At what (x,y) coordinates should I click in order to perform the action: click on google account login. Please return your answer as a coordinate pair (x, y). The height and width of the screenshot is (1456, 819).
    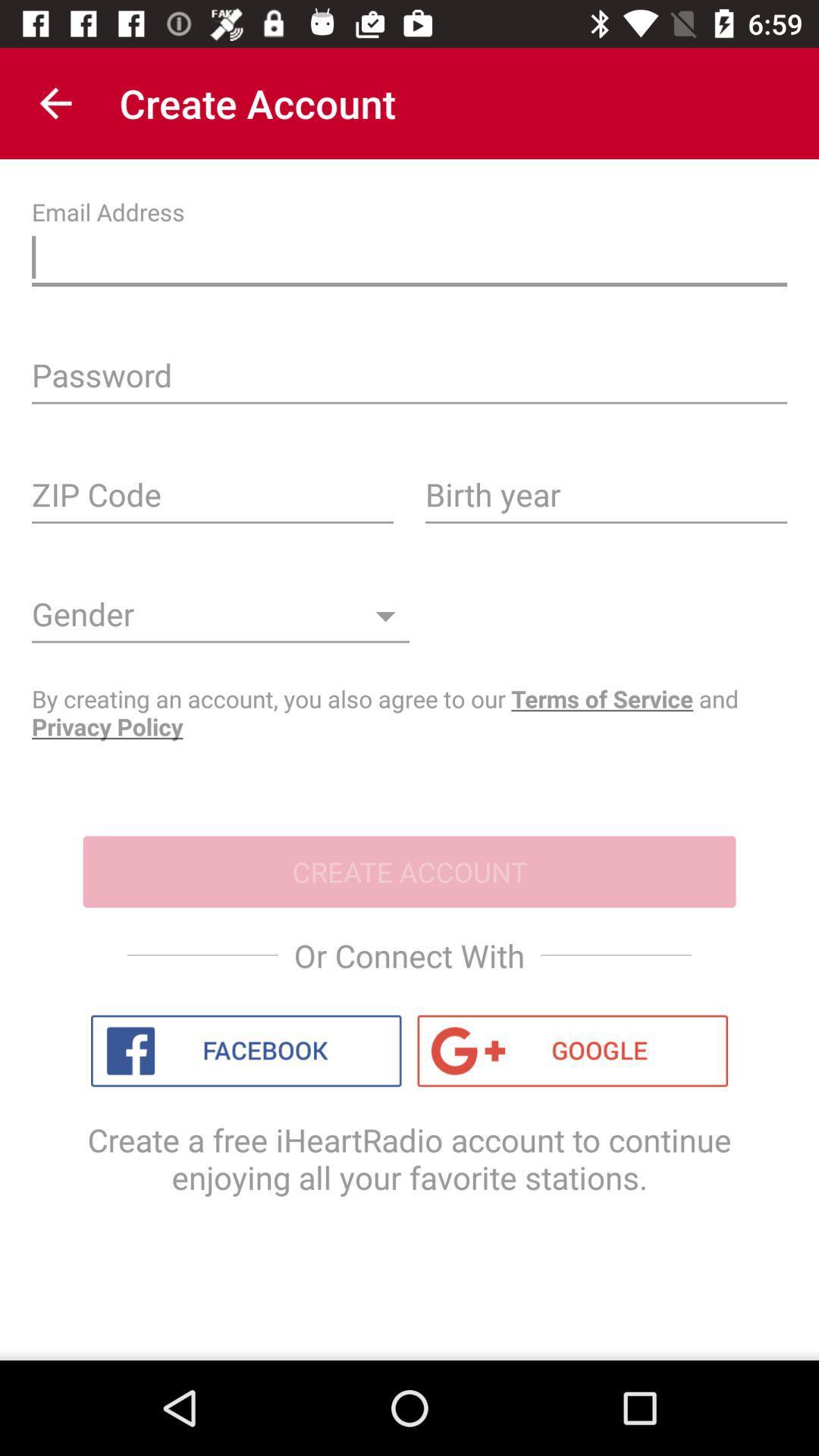
    Looking at the image, I should click on (573, 1050).